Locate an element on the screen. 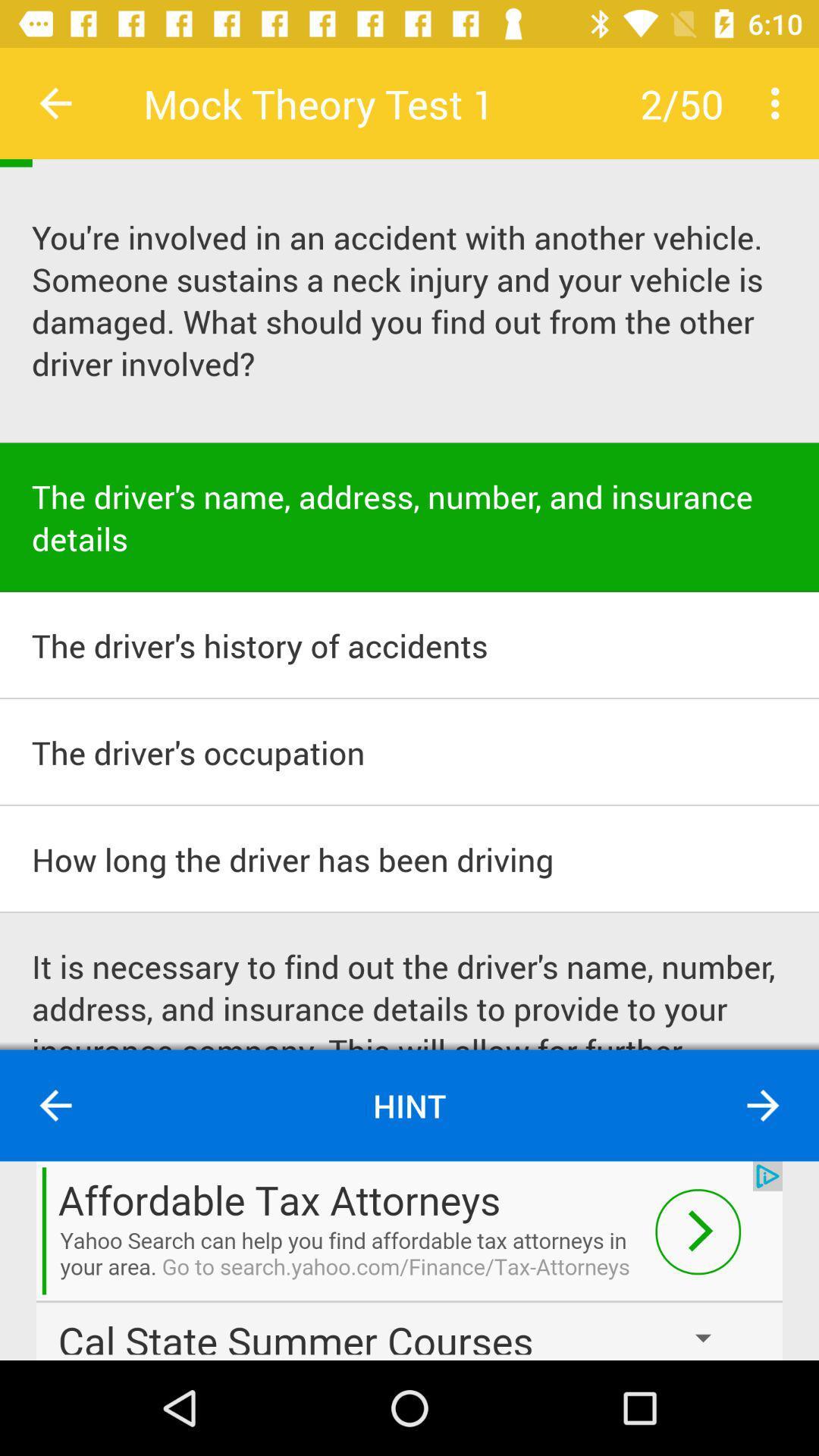 Image resolution: width=819 pixels, height=1456 pixels. advertisement is located at coordinates (409, 1260).